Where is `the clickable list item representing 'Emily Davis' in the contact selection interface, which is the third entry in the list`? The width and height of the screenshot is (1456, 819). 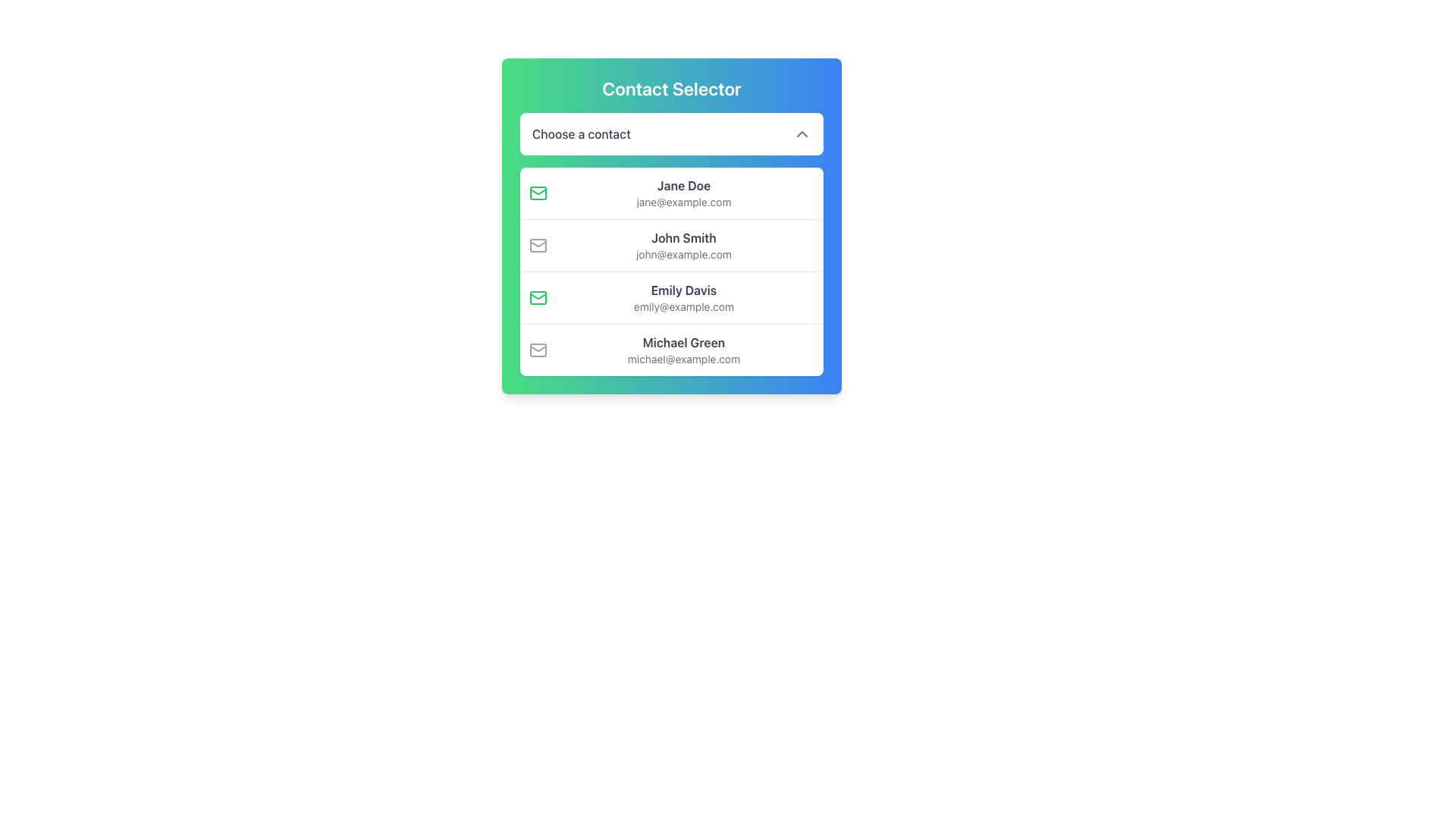 the clickable list item representing 'Emily Davis' in the contact selection interface, which is the third entry in the list is located at coordinates (671, 297).